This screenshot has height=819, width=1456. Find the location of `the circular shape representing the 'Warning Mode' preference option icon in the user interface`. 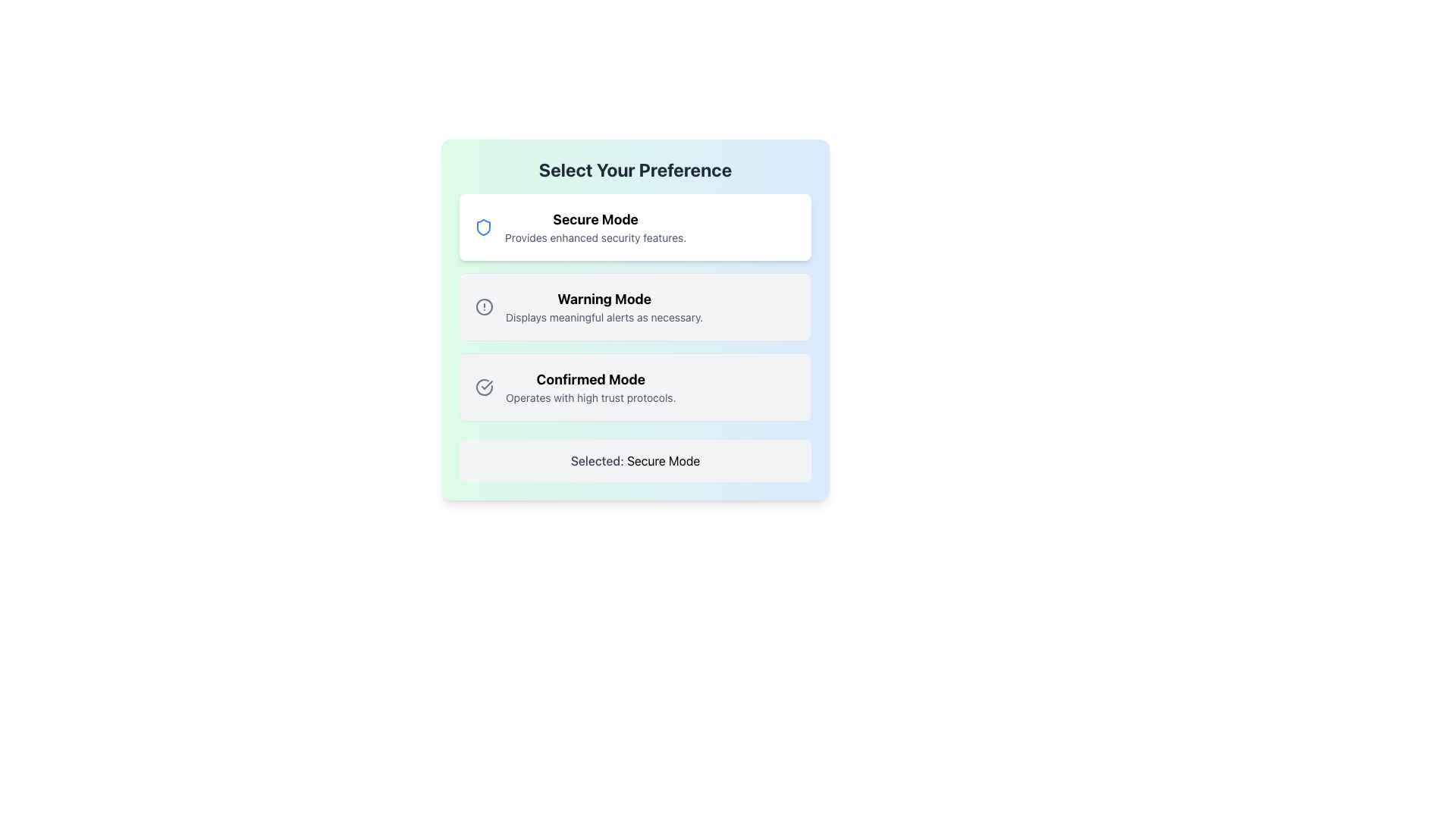

the circular shape representing the 'Warning Mode' preference option icon in the user interface is located at coordinates (483, 307).